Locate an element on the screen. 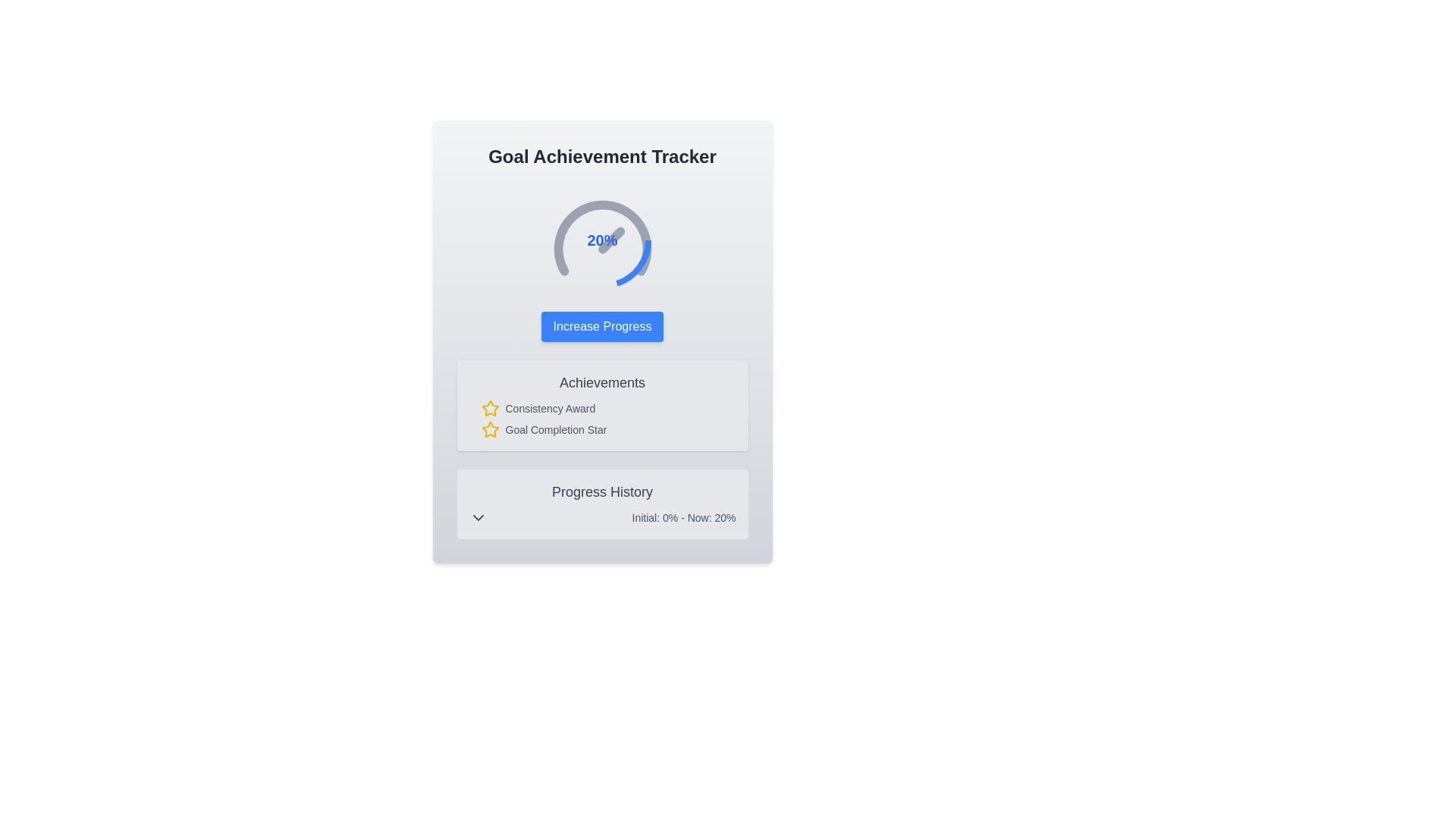 Image resolution: width=1456 pixels, height=819 pixels. the 'Goal Completion Star' achievement indicator, which is the second item in the 'Achievements' section, styled similarly to the 'Consistency Award.' is located at coordinates (608, 430).